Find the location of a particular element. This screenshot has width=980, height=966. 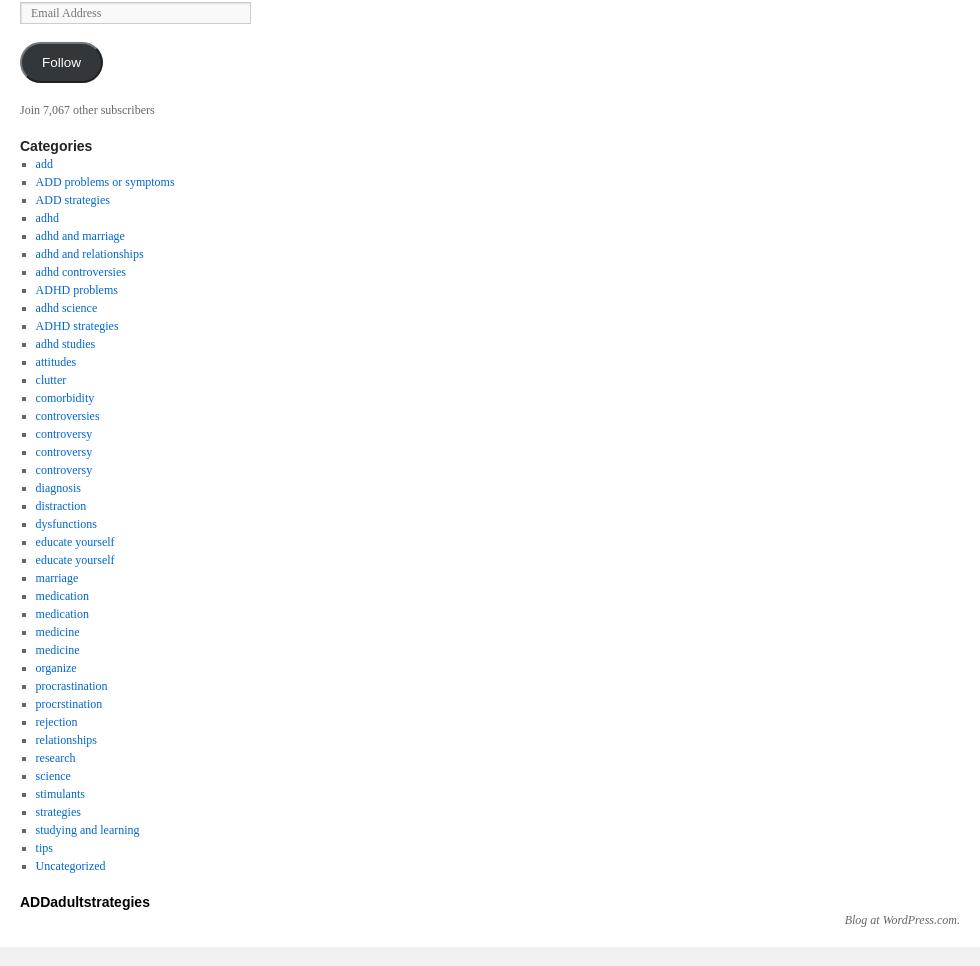

'procrastination' is located at coordinates (34, 684).